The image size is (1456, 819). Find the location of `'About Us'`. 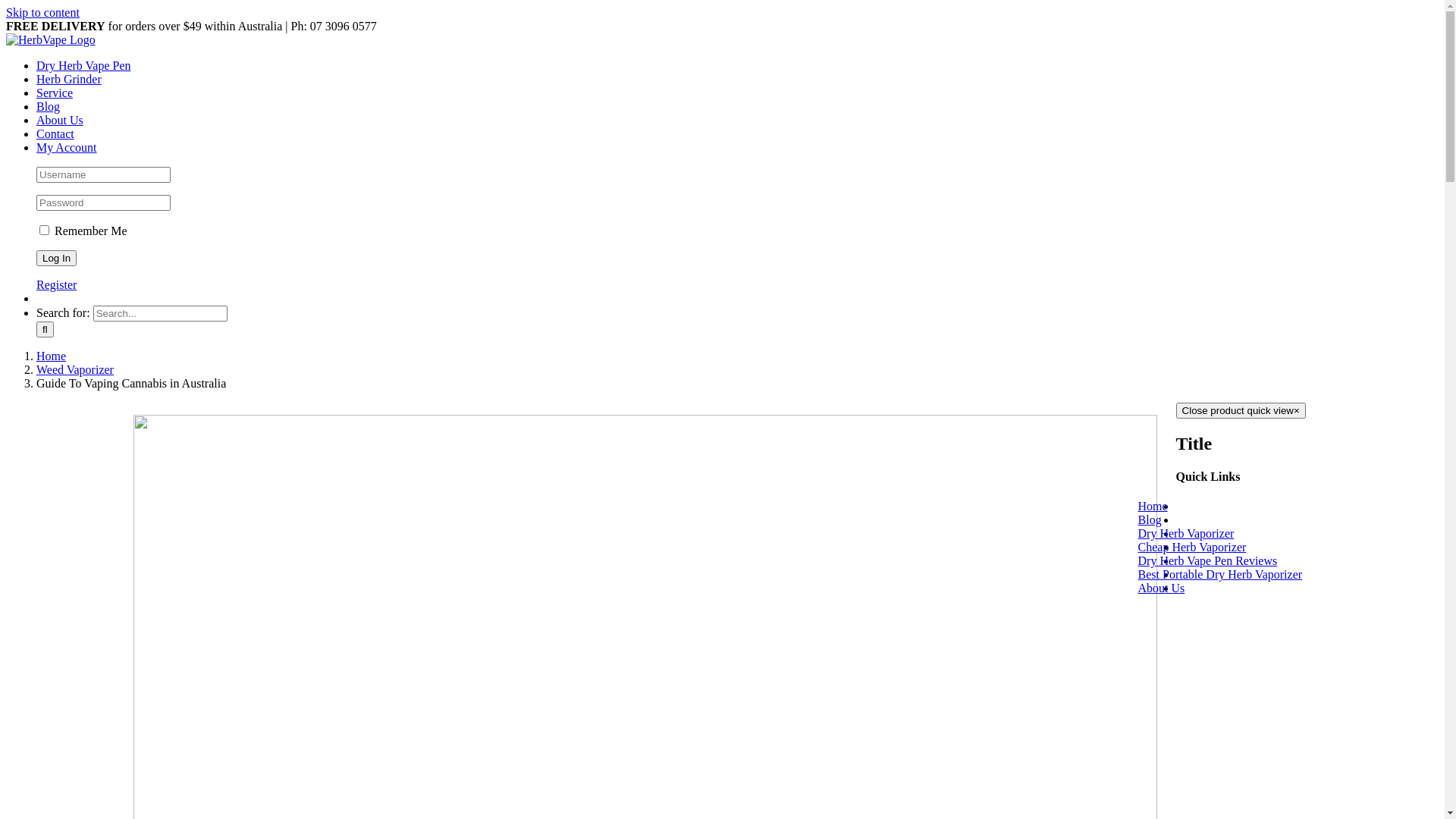

'About Us' is located at coordinates (1179, 587).